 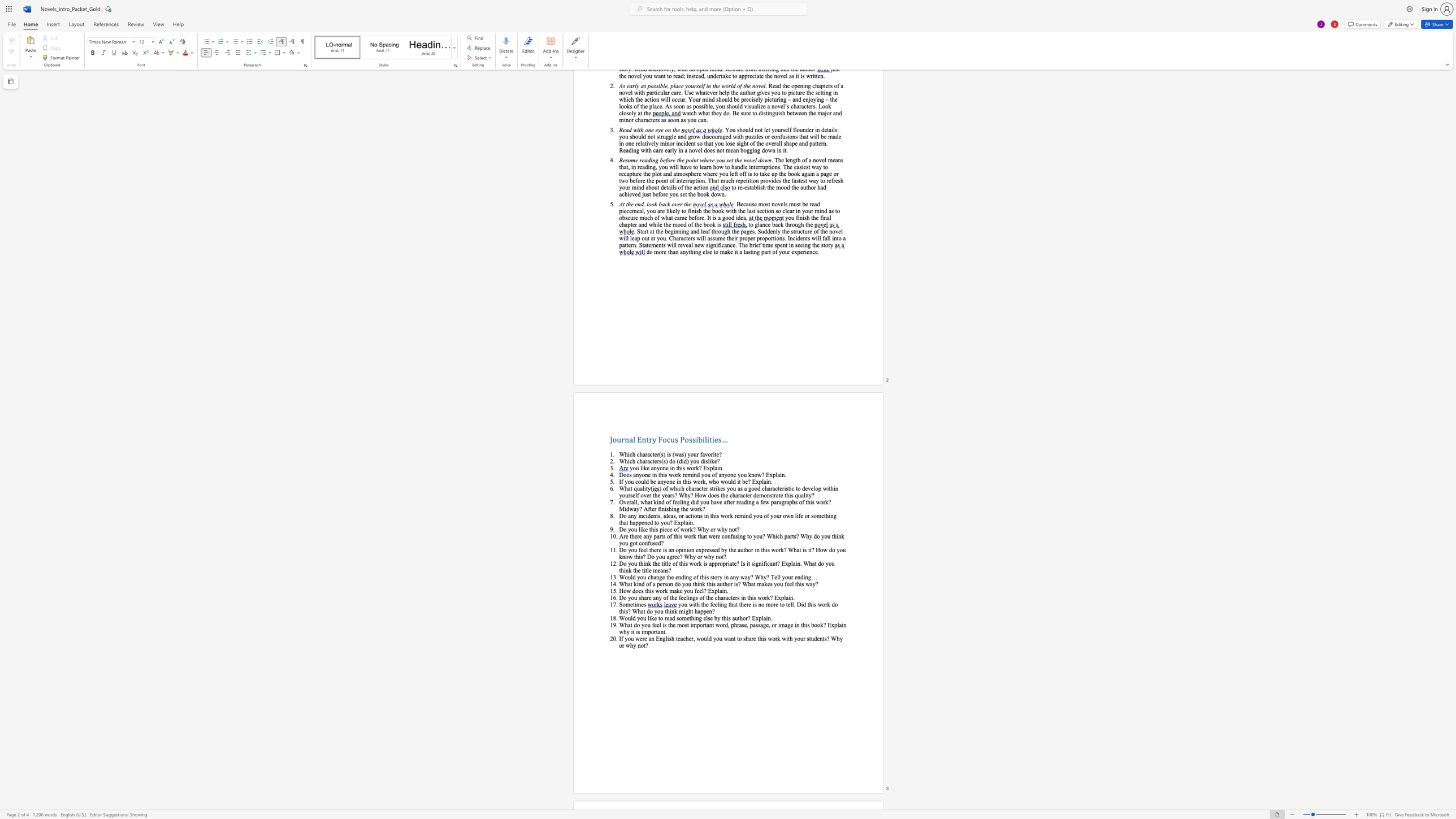 I want to click on the subset text "hy not" within the text "If you were an English teacher, would you want to share this work with your students? Why or why not?", so click(x=630, y=645).